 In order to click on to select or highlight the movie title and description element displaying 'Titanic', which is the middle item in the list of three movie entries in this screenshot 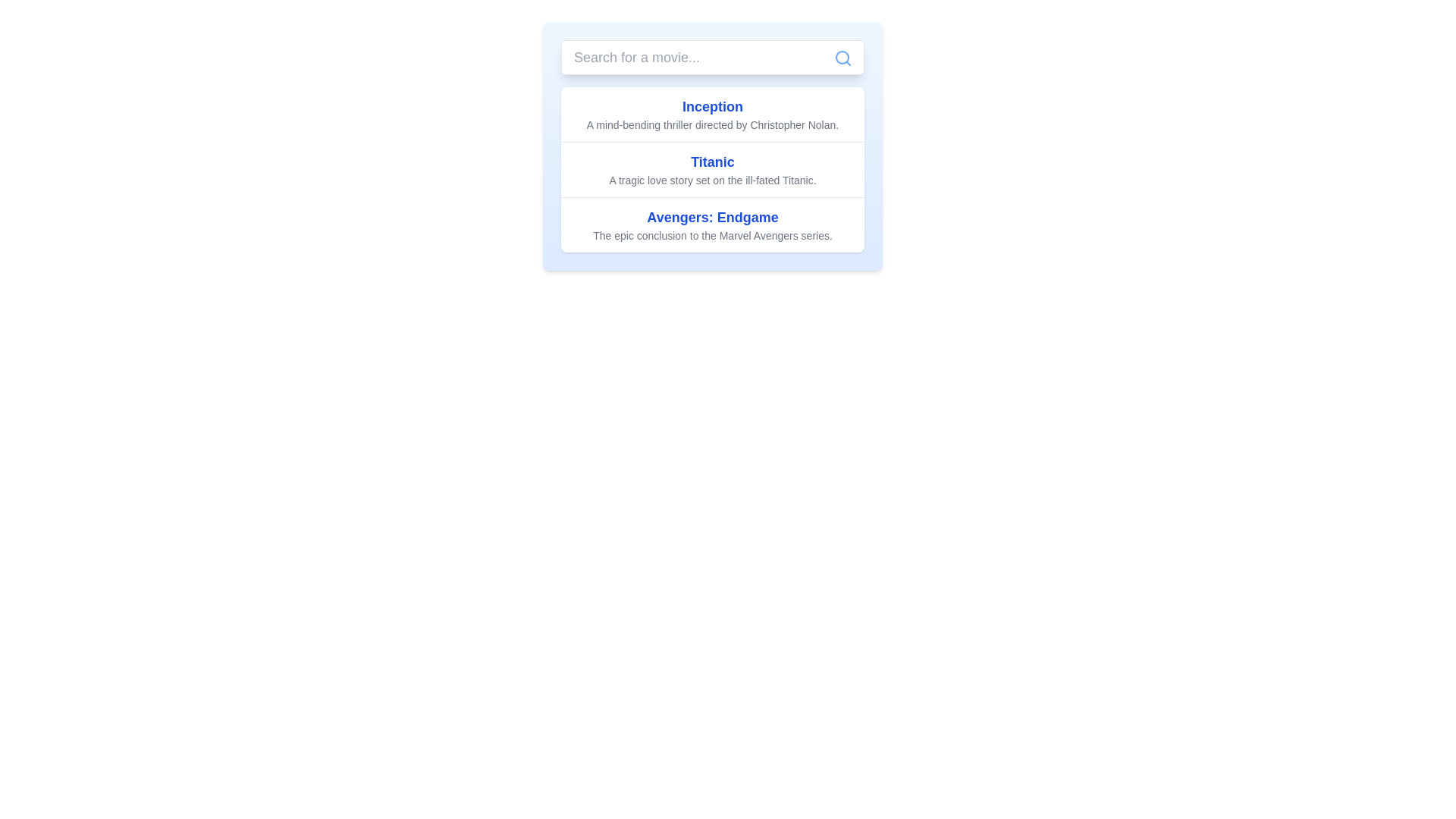, I will do `click(712, 169)`.